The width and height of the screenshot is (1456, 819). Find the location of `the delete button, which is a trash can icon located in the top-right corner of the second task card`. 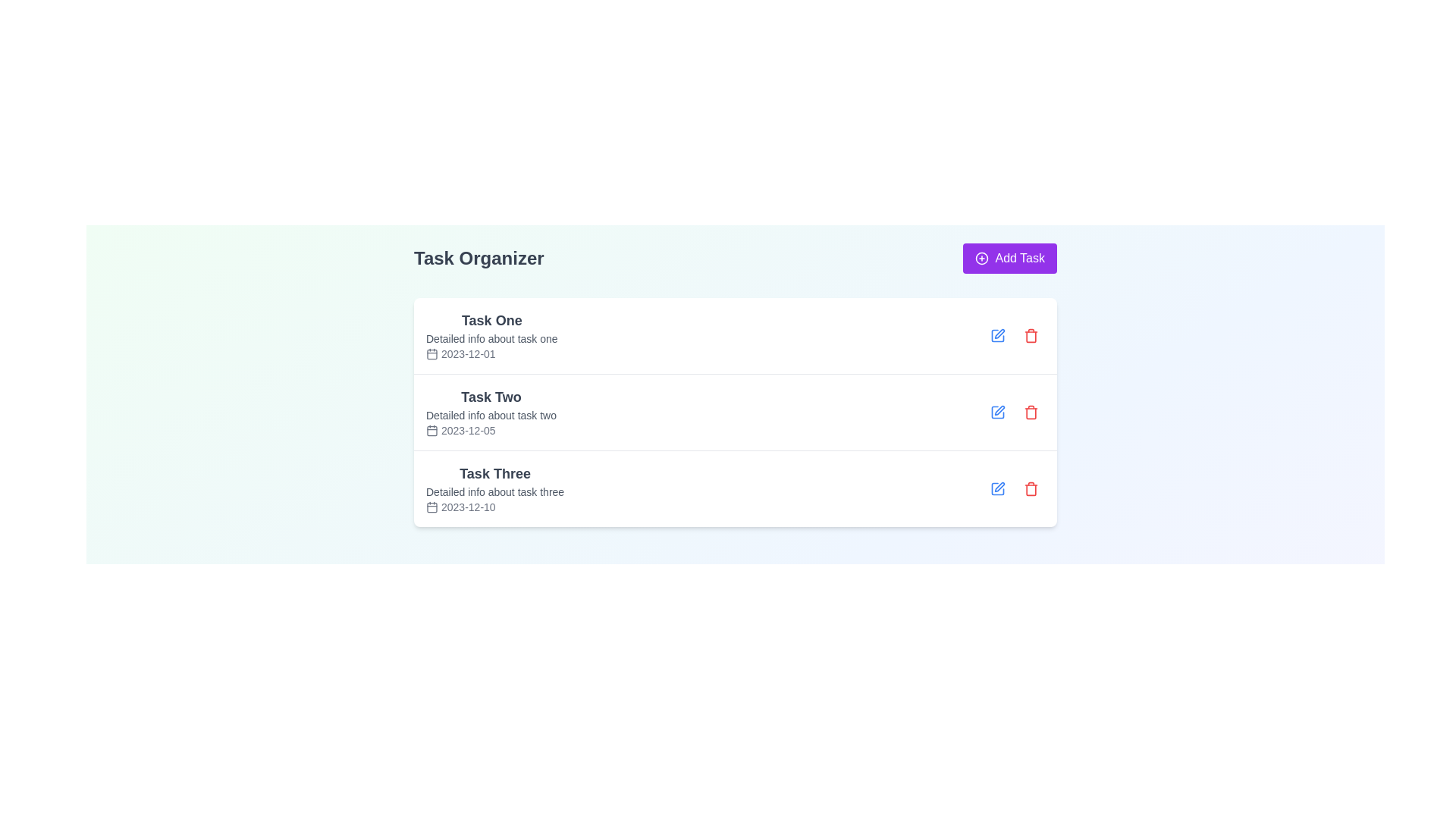

the delete button, which is a trash can icon located in the top-right corner of the second task card is located at coordinates (1031, 412).